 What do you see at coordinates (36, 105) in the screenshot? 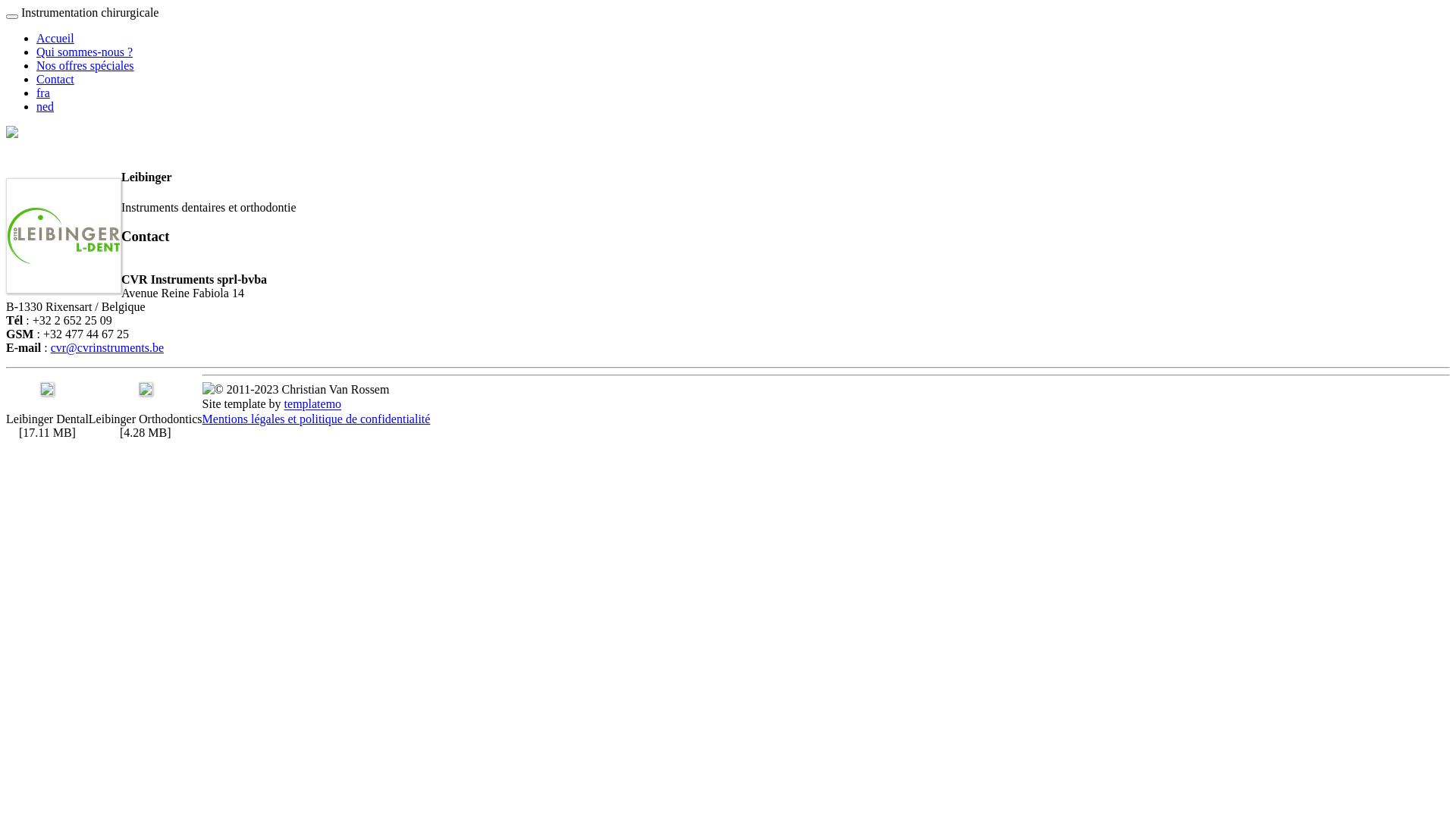
I see `'ned'` at bounding box center [36, 105].